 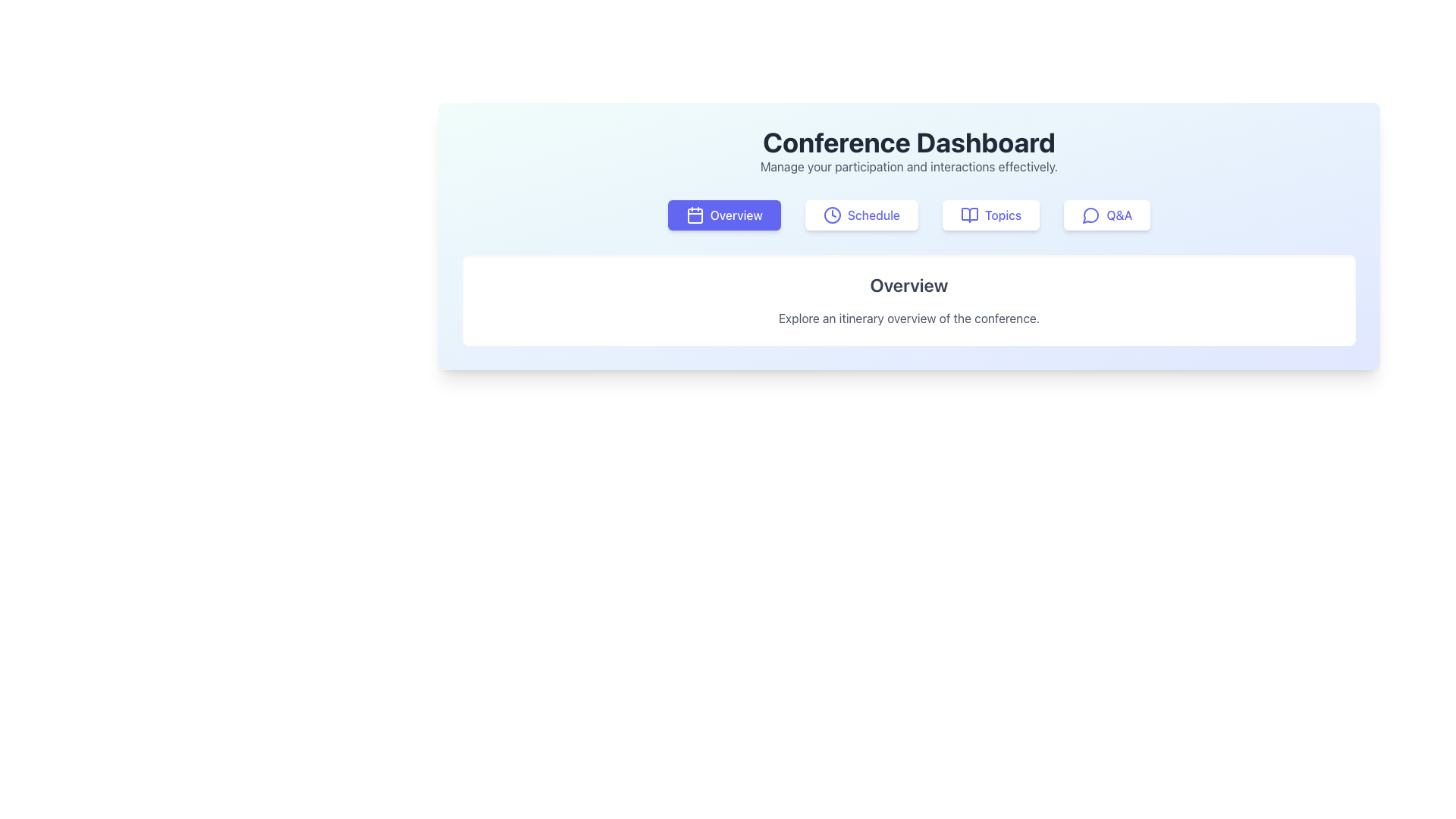 I want to click on the 'Q&A' button, which is the fourth button in a horizontal row of buttons including 'Overview', 'Schedule', and 'Topics', so click(x=1106, y=215).